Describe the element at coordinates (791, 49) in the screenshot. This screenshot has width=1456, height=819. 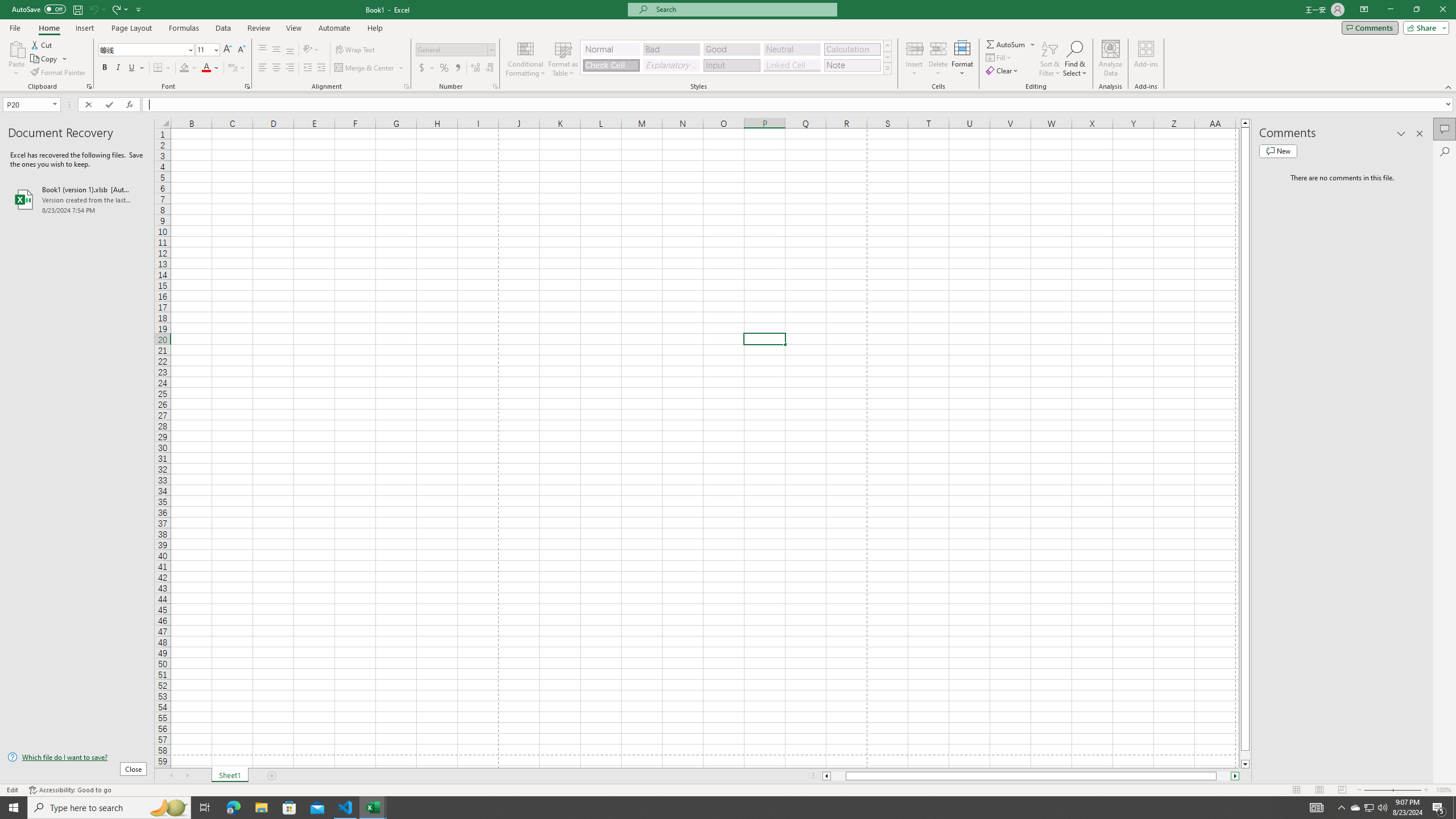
I see `'Neutral'` at that location.